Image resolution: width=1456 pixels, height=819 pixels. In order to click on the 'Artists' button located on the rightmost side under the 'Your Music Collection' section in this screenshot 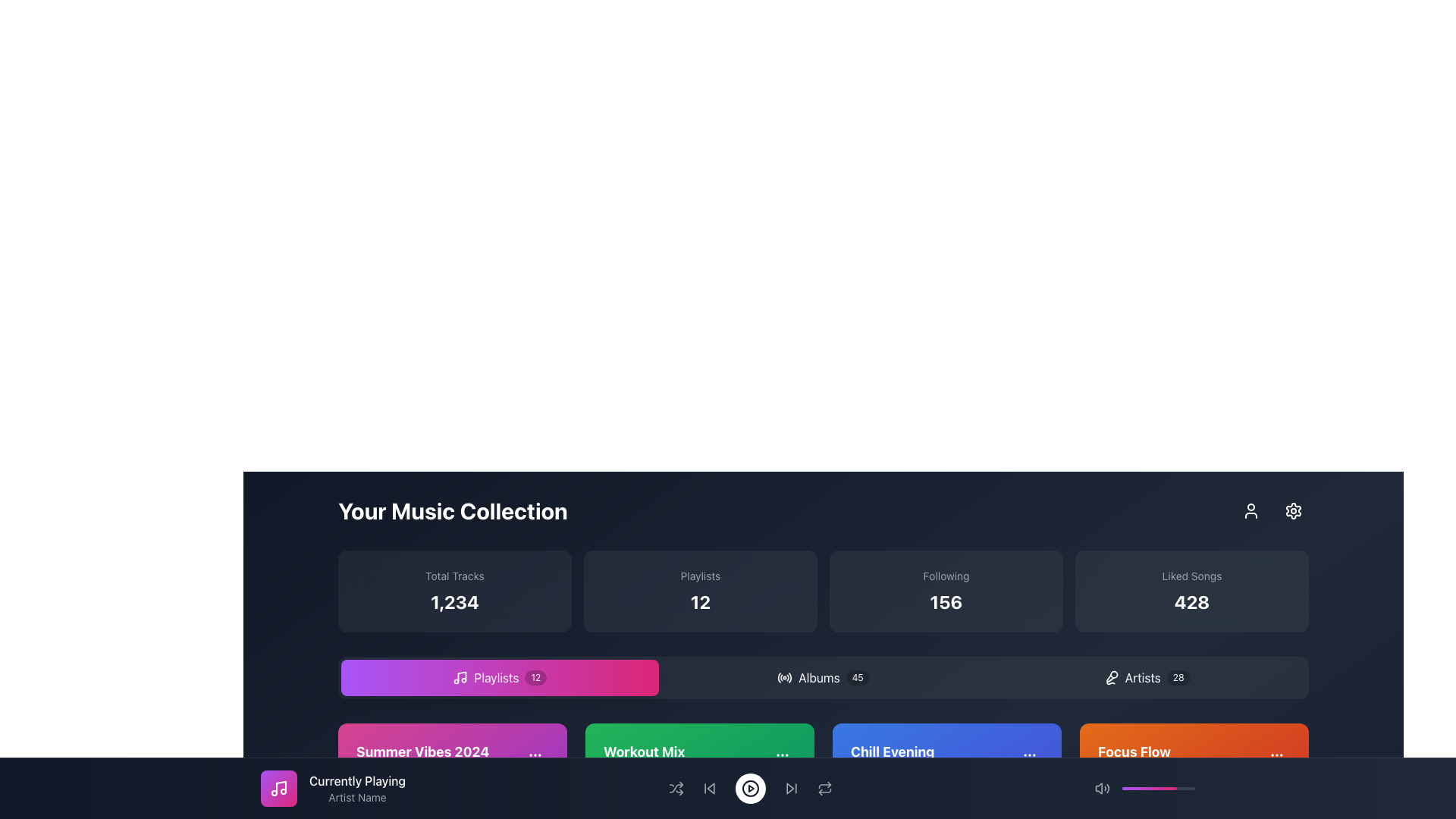, I will do `click(1147, 677)`.